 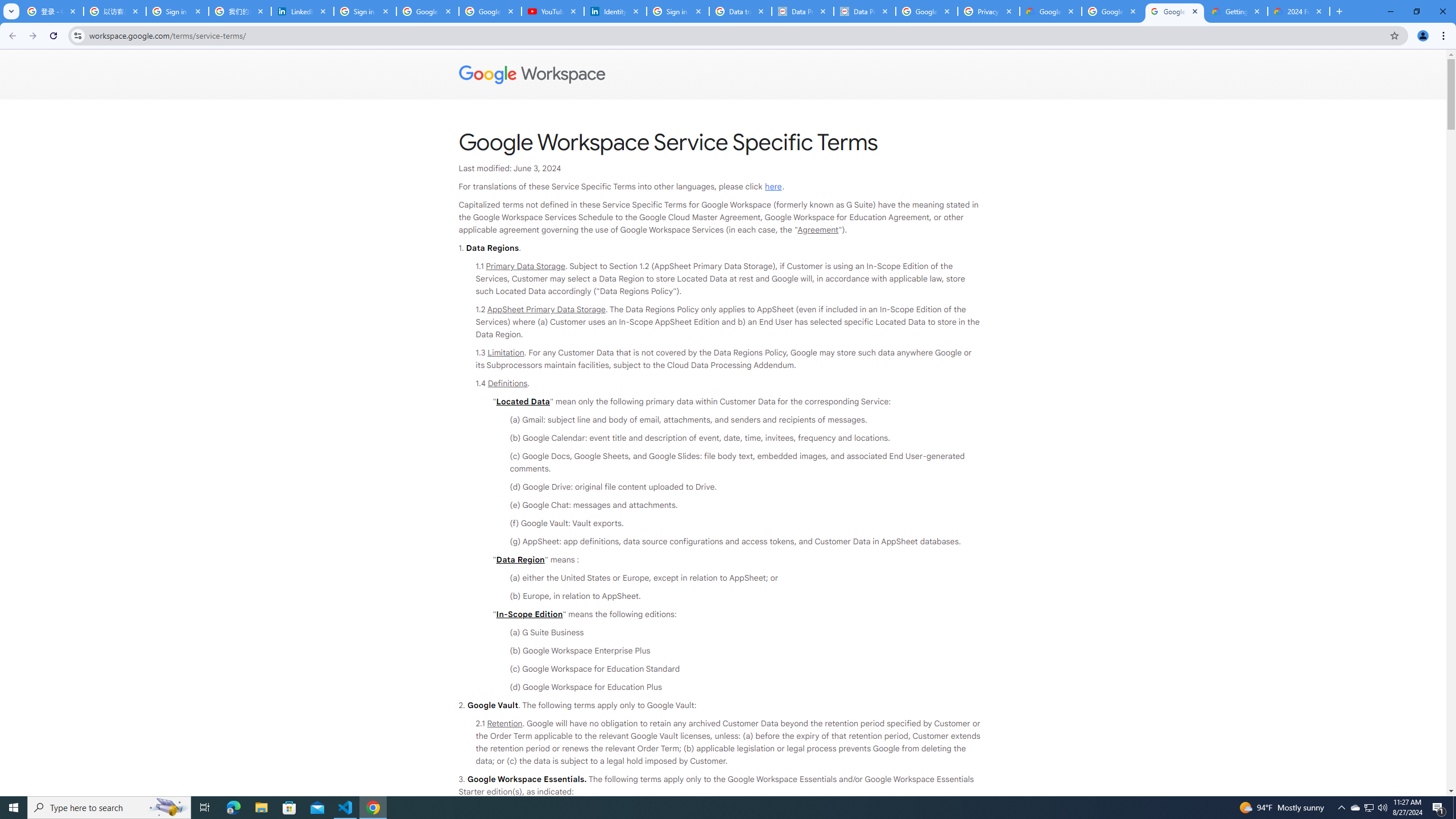 What do you see at coordinates (723, 74) in the screenshot?
I see `'Google Workspace'` at bounding box center [723, 74].